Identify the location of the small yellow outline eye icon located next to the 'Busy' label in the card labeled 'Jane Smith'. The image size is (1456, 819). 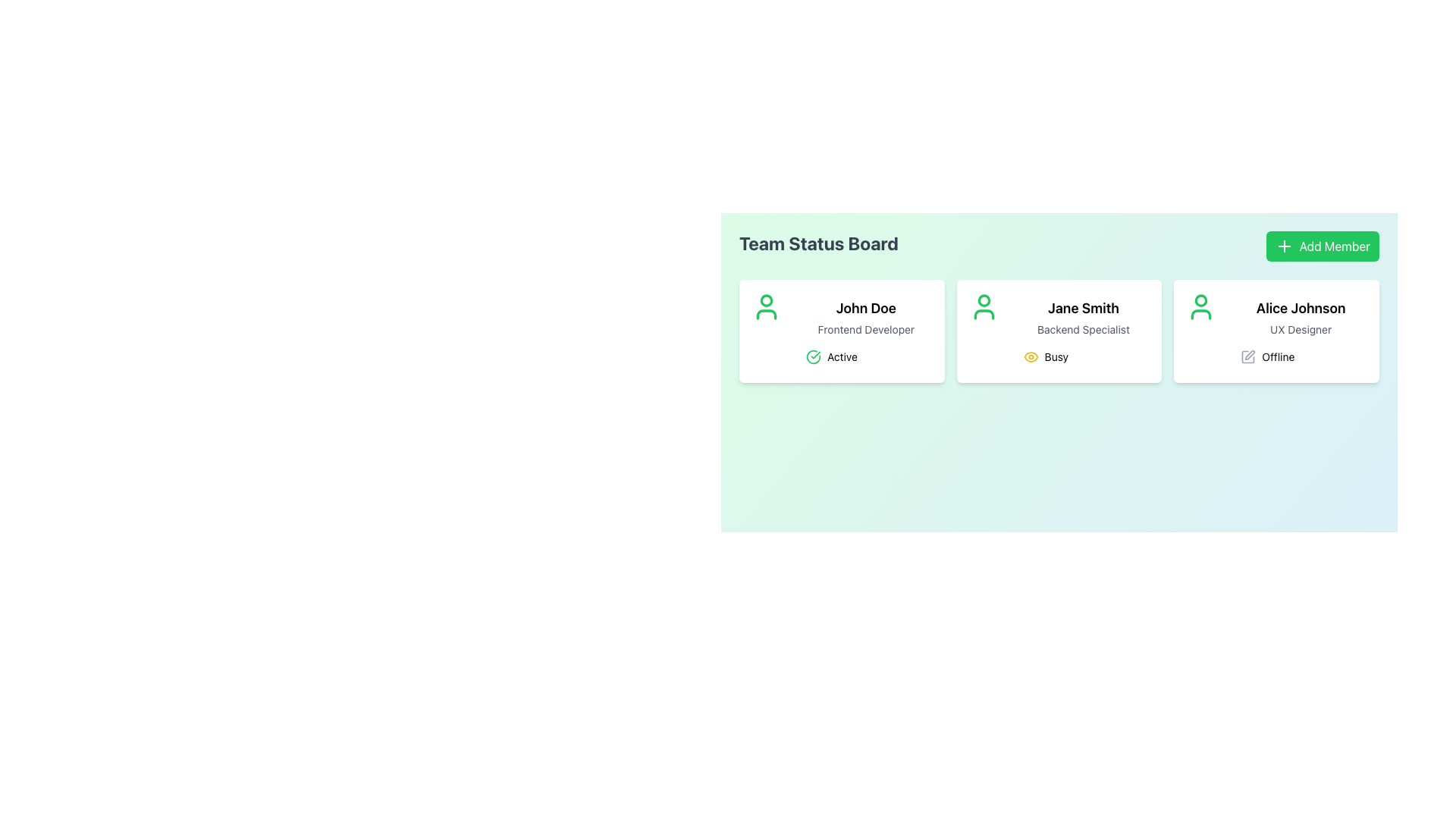
(1031, 356).